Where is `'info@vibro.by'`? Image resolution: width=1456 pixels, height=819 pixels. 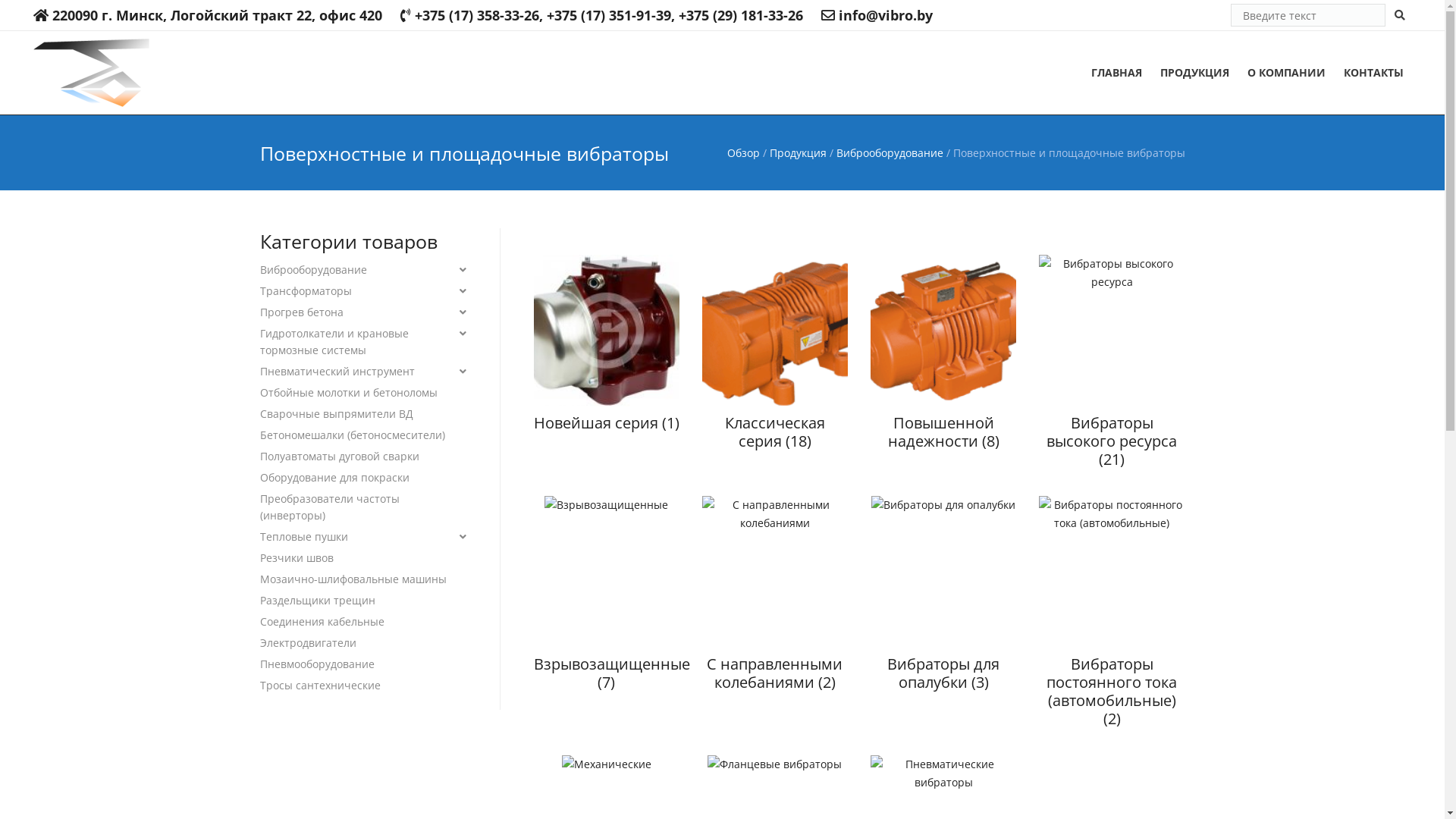 'info@vibro.by' is located at coordinates (885, 14).